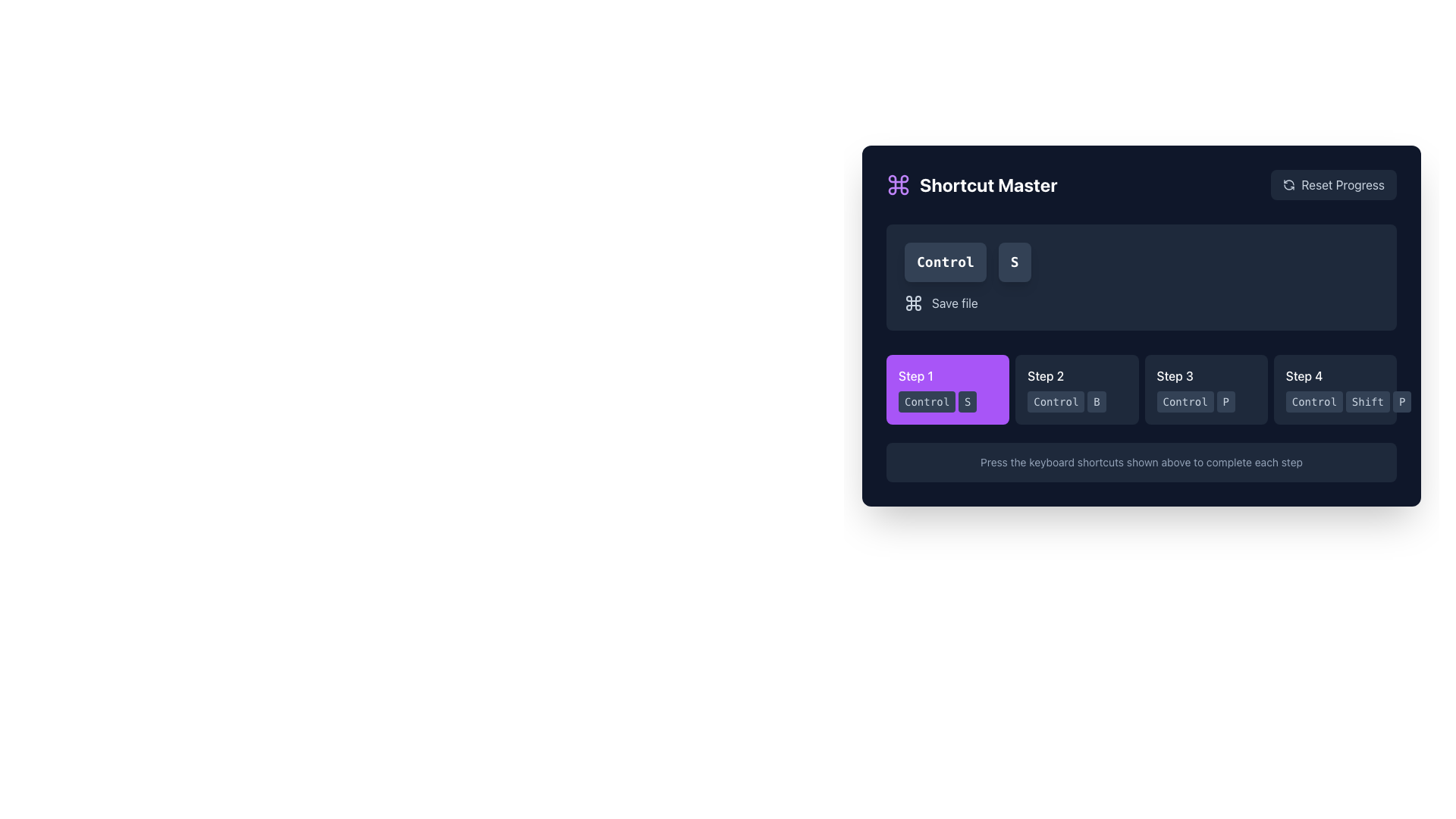 This screenshot has height=819, width=1456. Describe the element at coordinates (1015, 262) in the screenshot. I see `the button-like element with the letter 'S', which has a dark slate gray background and is styled with a bold font and shadows` at that location.